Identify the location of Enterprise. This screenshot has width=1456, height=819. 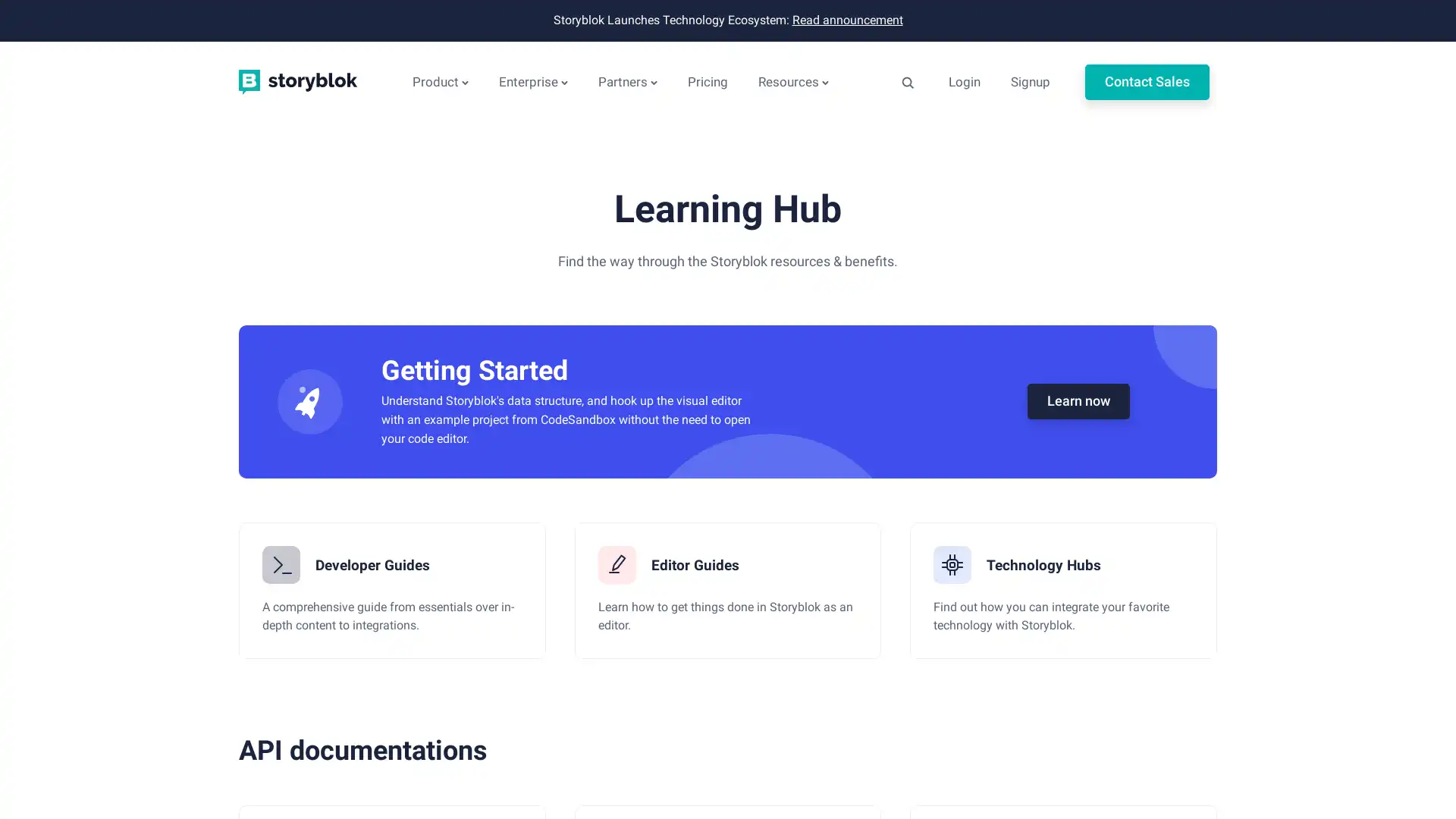
(533, 82).